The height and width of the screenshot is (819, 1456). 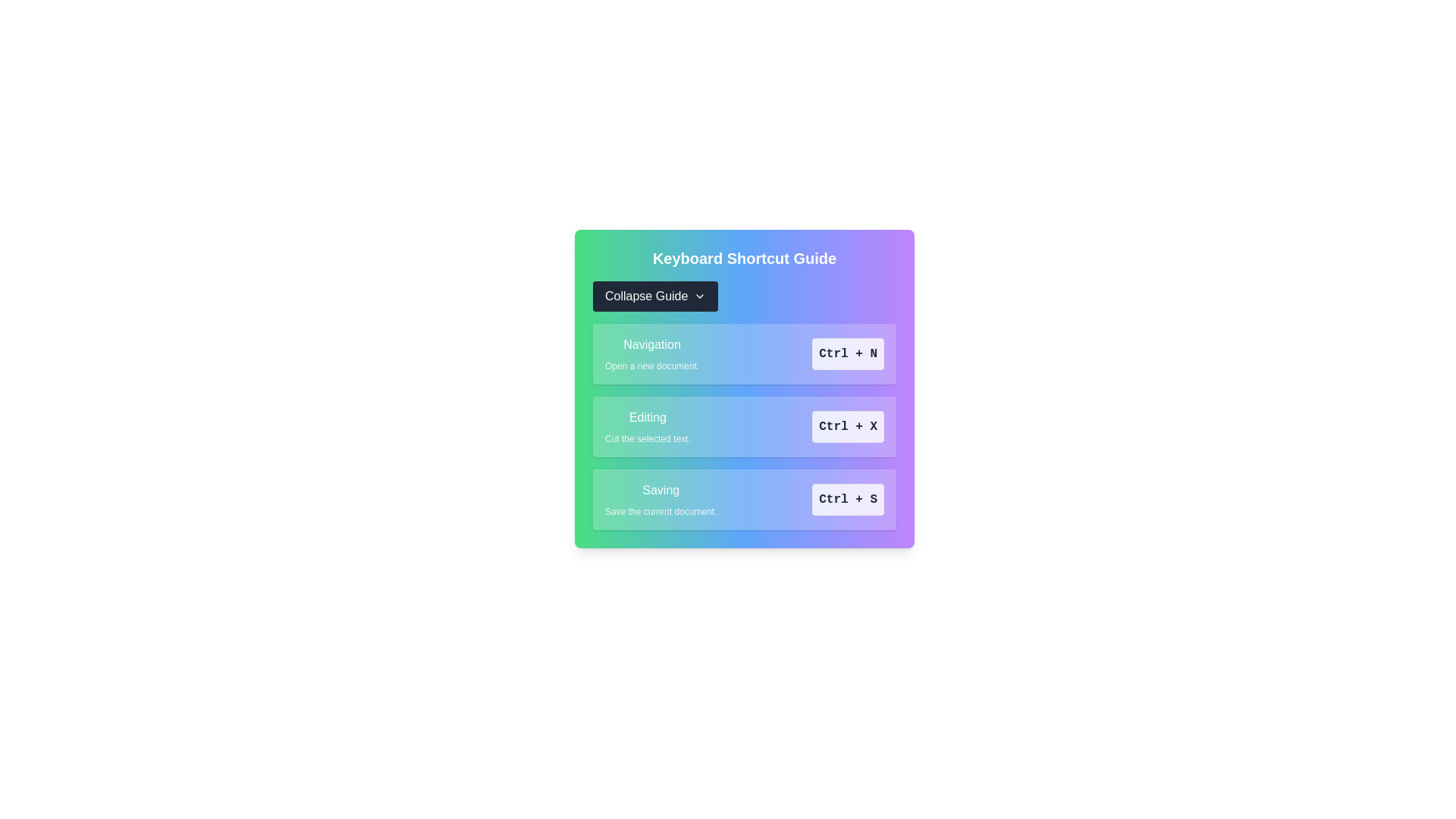 What do you see at coordinates (651, 353) in the screenshot?
I see `the informational text label that describes the 'Ctrl + N' keyboard shortcut for opening a new document, located at the top section of the gradient panel` at bounding box center [651, 353].